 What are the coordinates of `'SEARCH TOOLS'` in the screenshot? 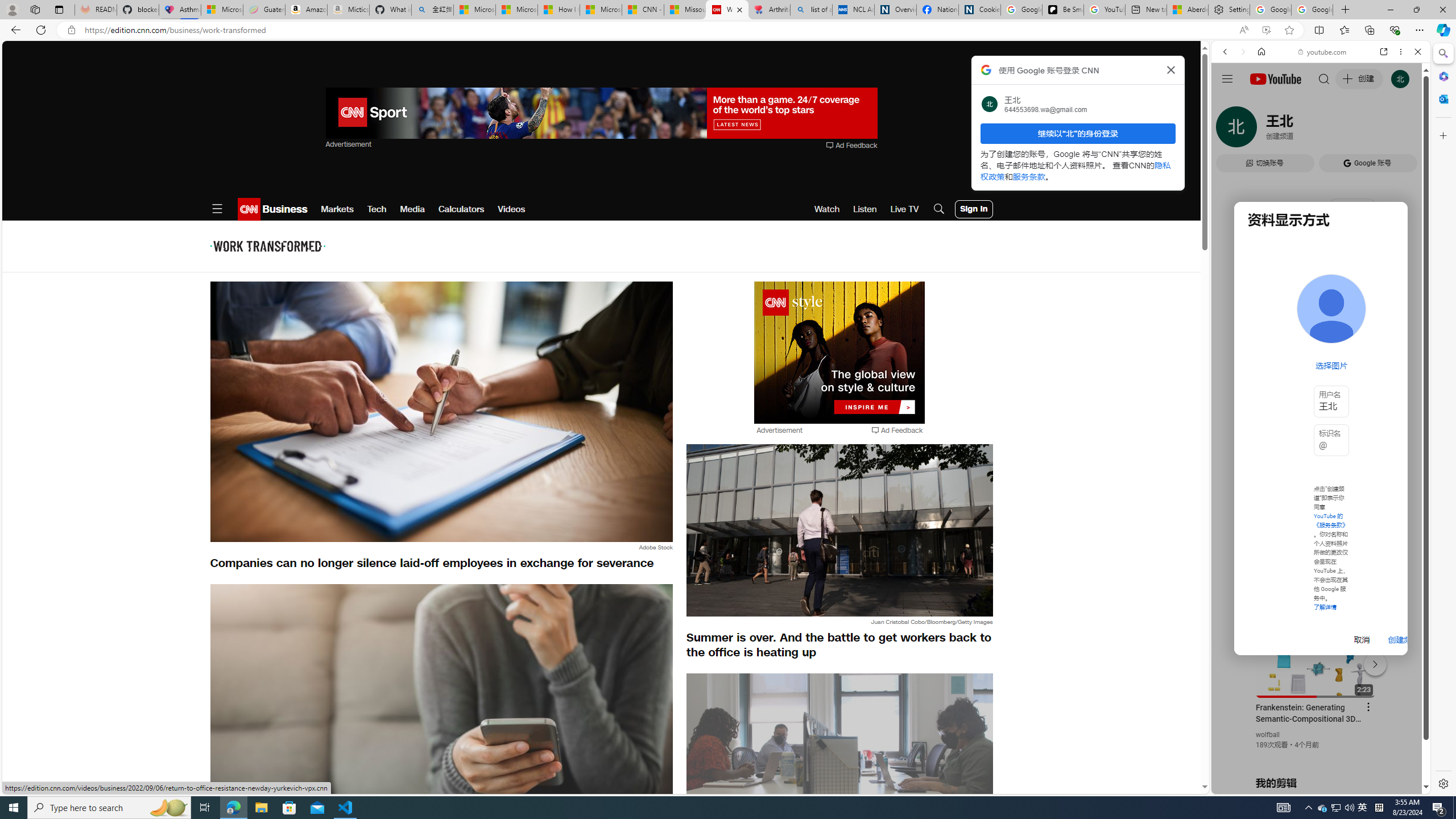 It's located at (1350, 130).